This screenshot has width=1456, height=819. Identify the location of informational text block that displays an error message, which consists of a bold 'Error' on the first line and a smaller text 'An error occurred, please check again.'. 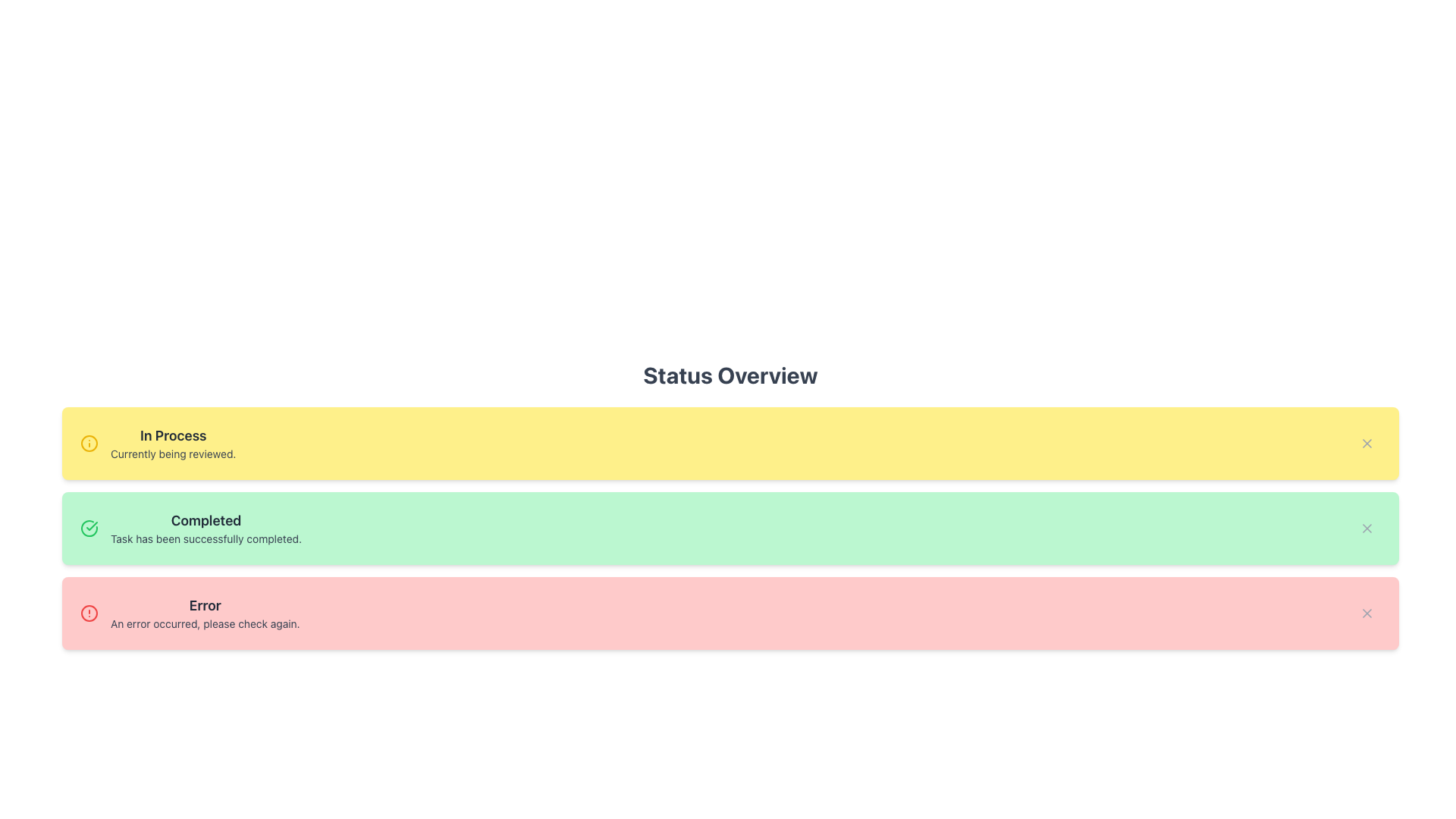
(204, 613).